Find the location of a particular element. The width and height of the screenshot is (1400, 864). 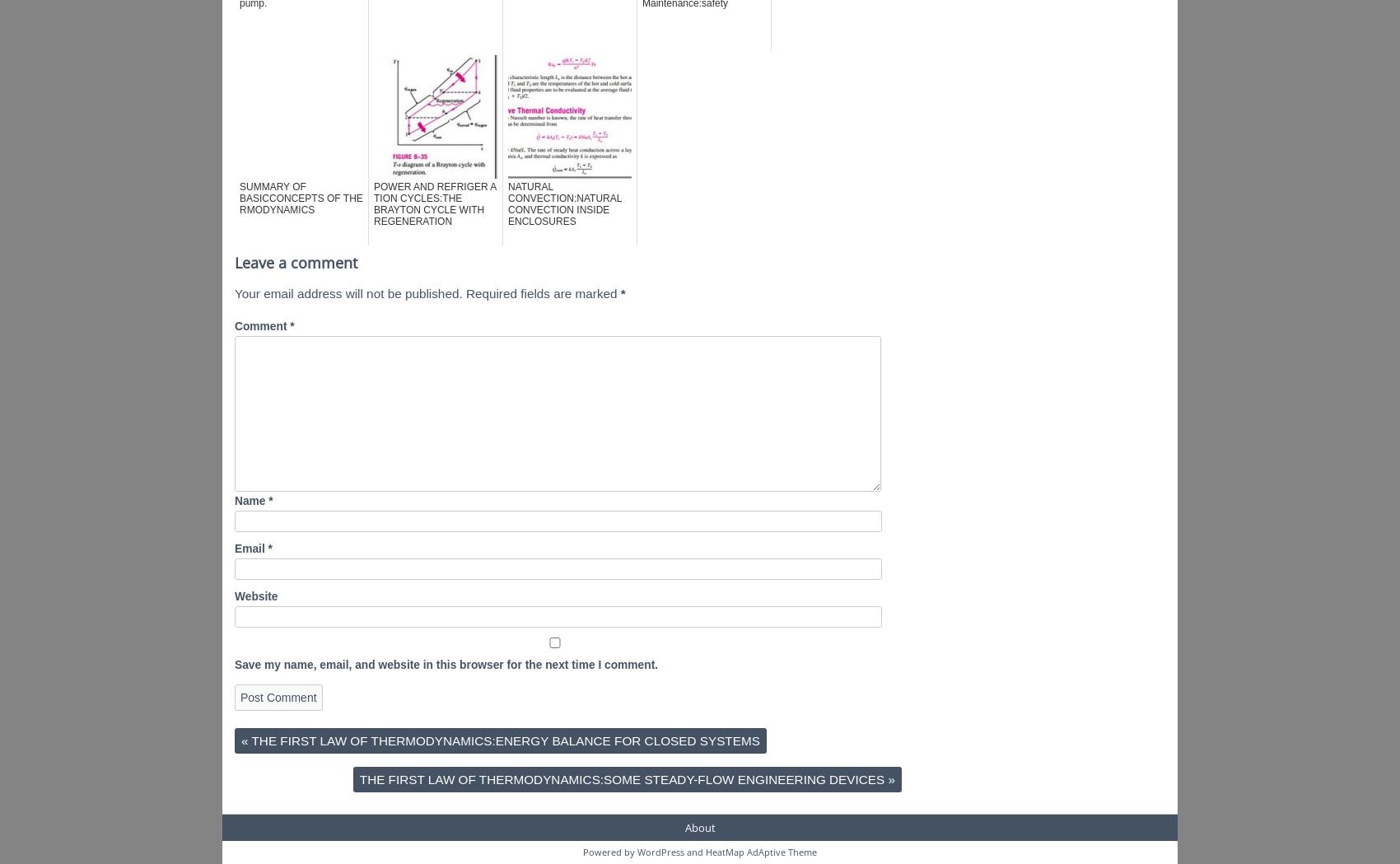

'Required fields are marked' is located at coordinates (542, 292).